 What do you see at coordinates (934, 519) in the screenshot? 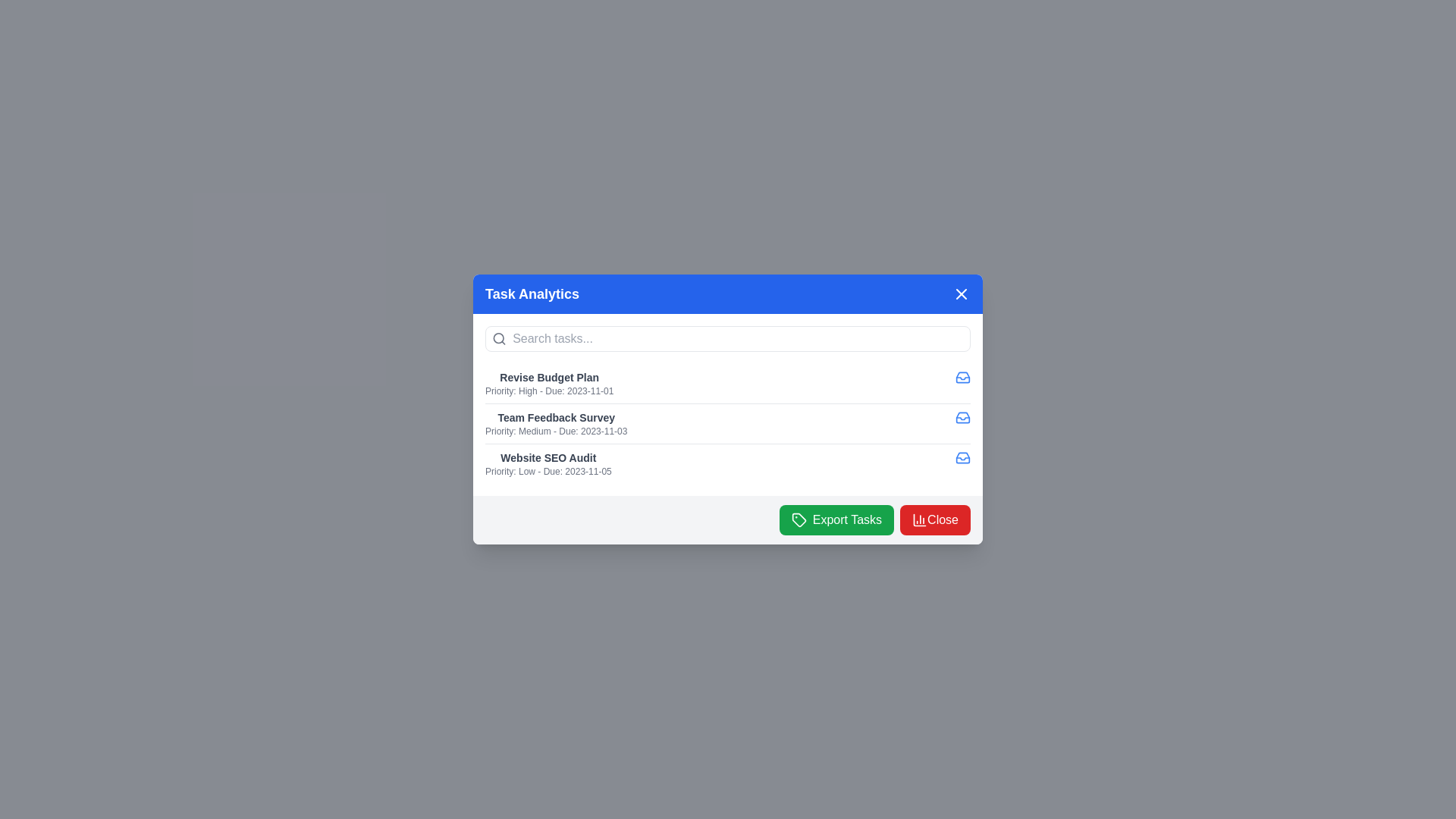
I see `the 'Close' button with a red background and white text` at bounding box center [934, 519].